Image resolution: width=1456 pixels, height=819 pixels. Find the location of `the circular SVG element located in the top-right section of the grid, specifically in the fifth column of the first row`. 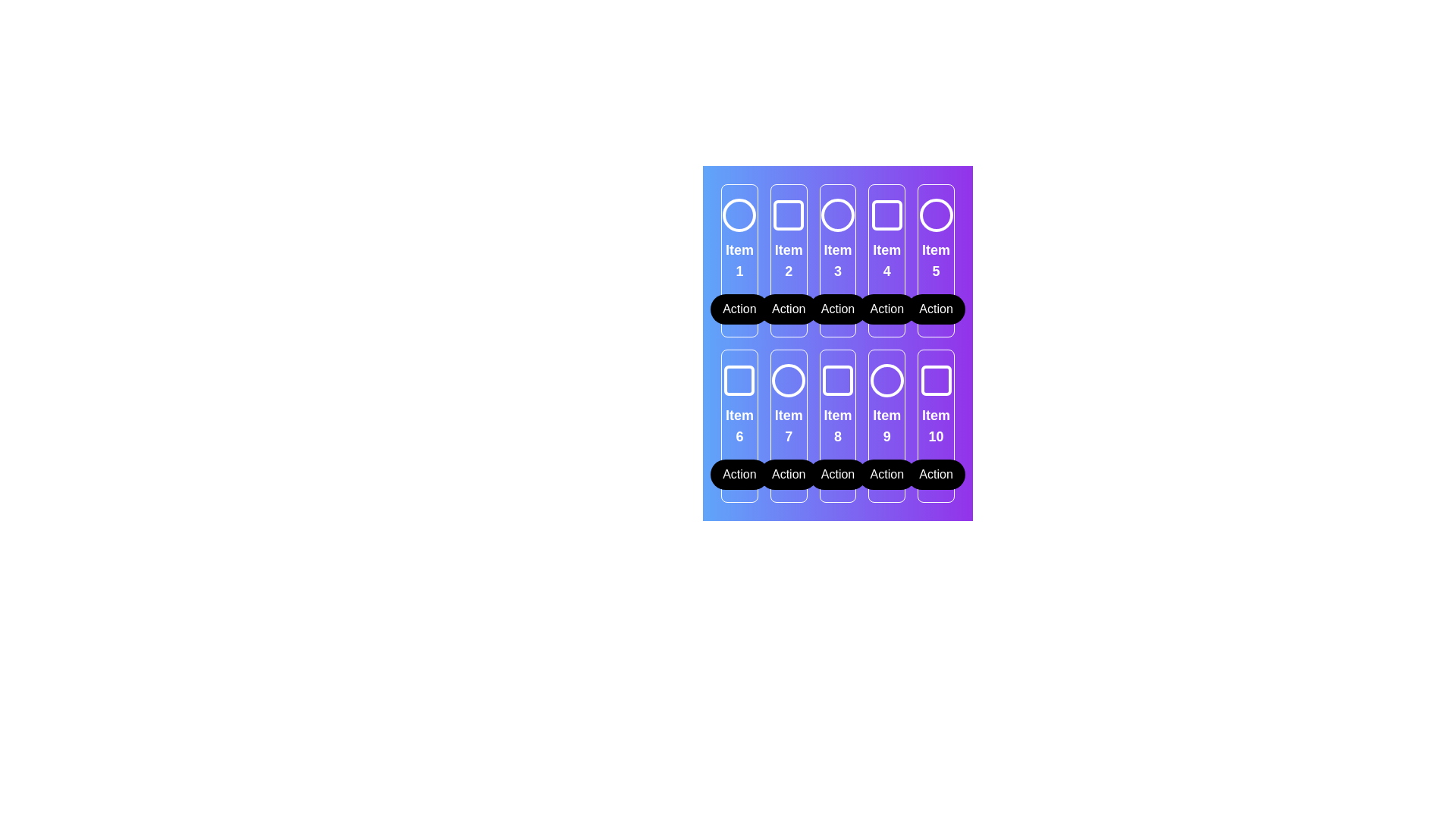

the circular SVG element located in the top-right section of the grid, specifically in the fifth column of the first row is located at coordinates (935, 215).